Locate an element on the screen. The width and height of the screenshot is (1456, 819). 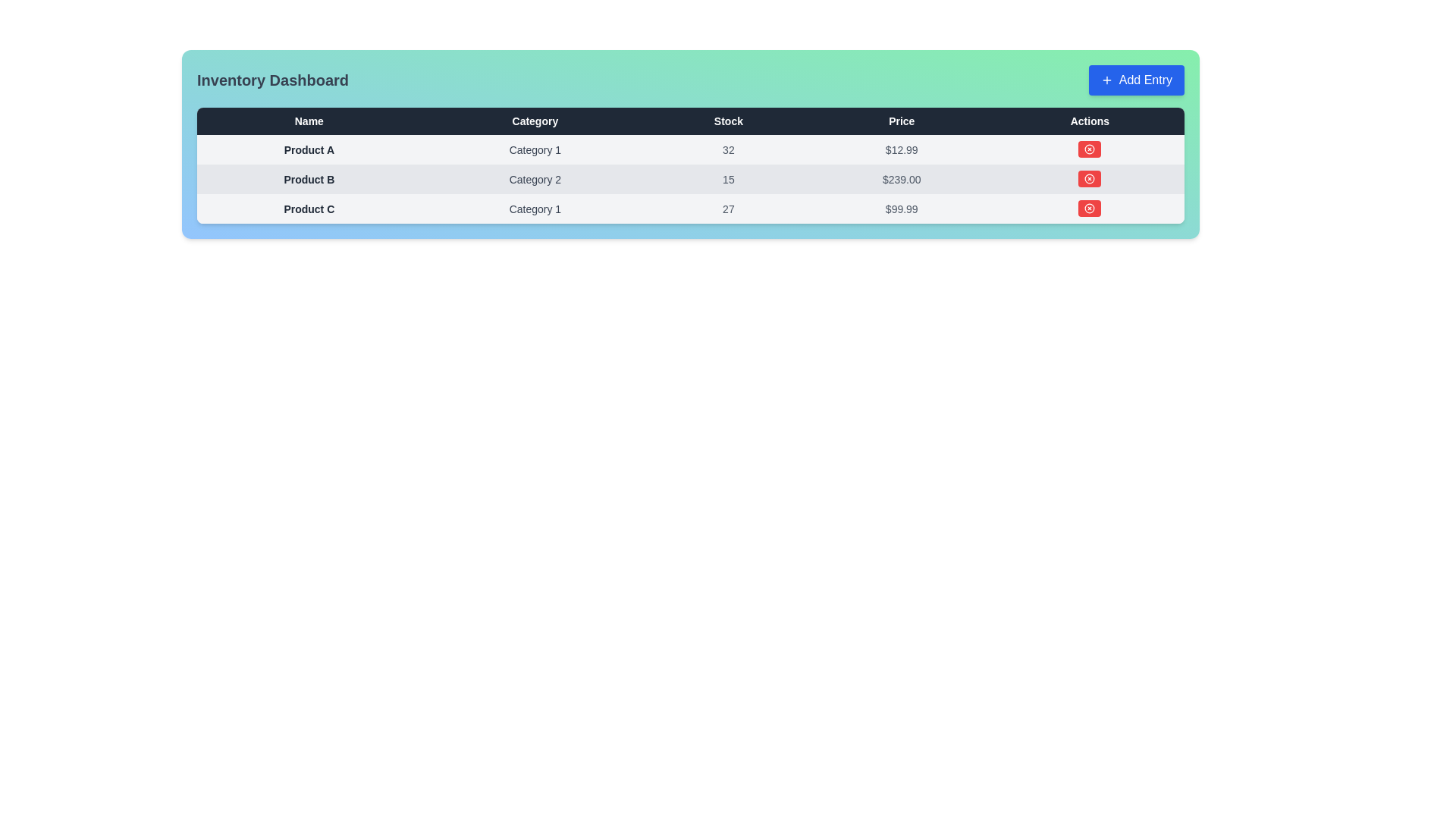
the deletion button represented by an 'X' icon, located in the 'Actions' column of the second row of the table is located at coordinates (1088, 177).